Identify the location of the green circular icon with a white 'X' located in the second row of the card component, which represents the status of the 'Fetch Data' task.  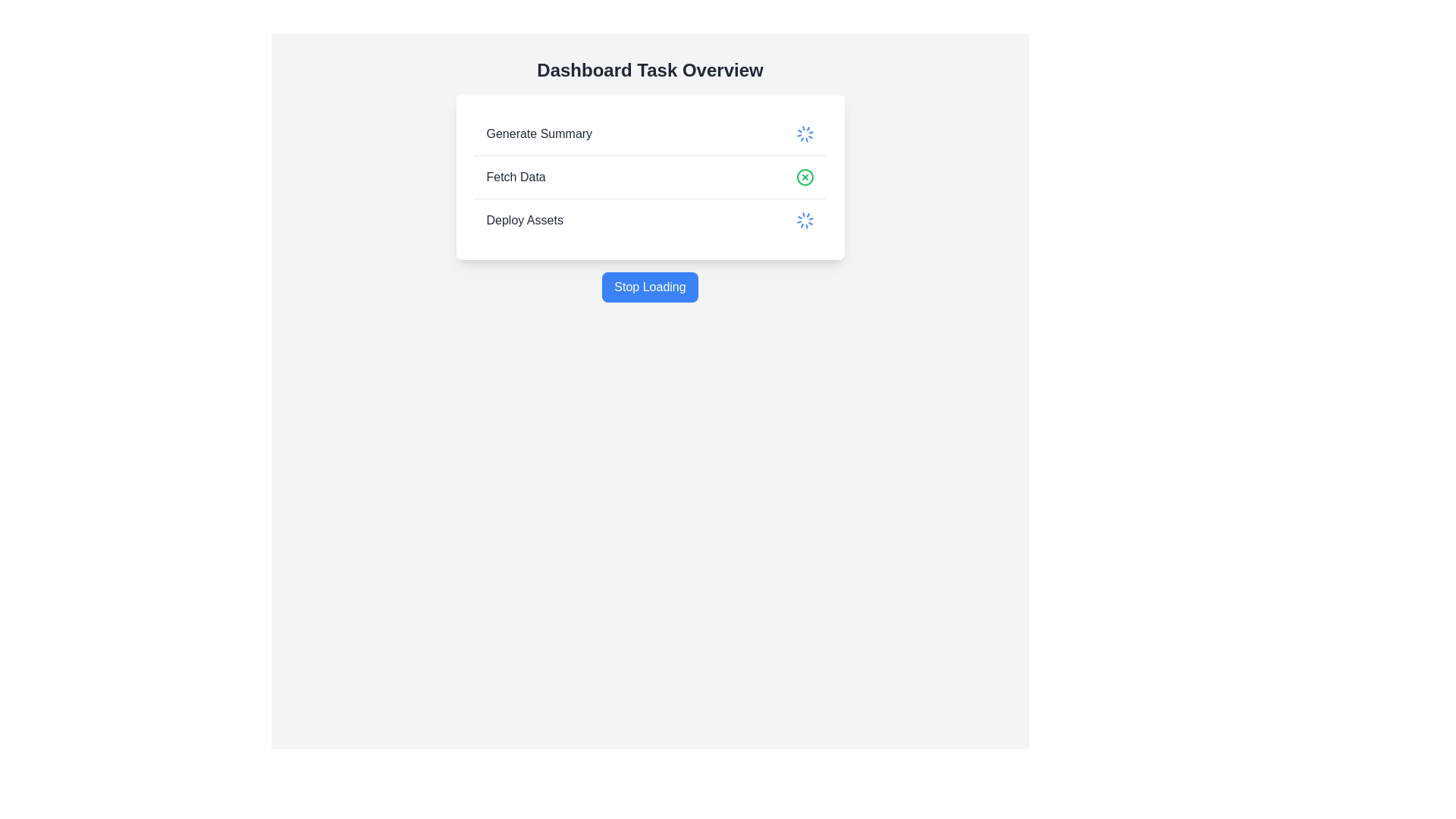
(650, 177).